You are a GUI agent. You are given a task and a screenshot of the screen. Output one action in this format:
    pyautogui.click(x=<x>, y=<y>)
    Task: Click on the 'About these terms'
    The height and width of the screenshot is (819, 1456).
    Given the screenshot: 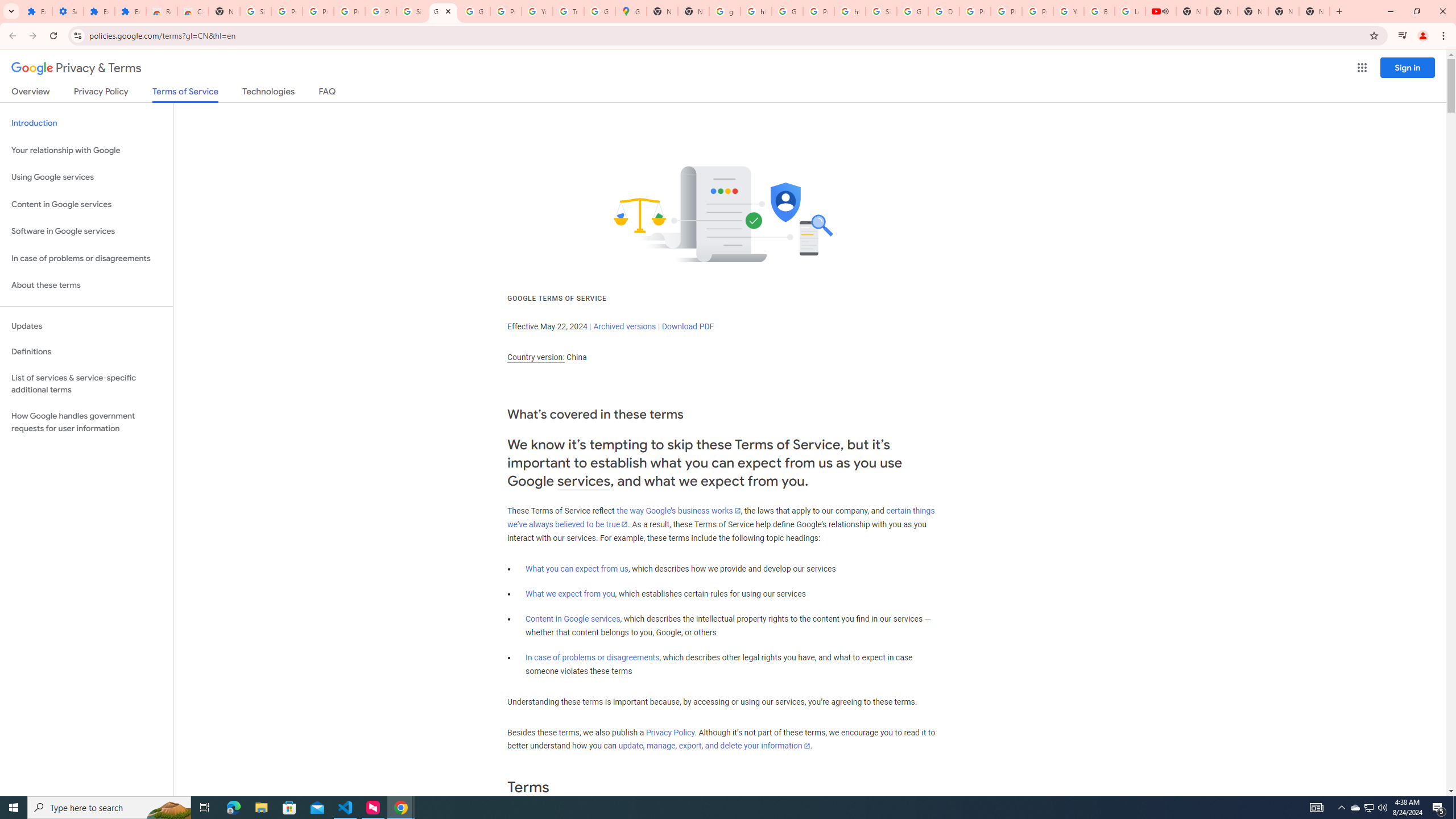 What is the action you would take?
    pyautogui.click(x=86, y=285)
    